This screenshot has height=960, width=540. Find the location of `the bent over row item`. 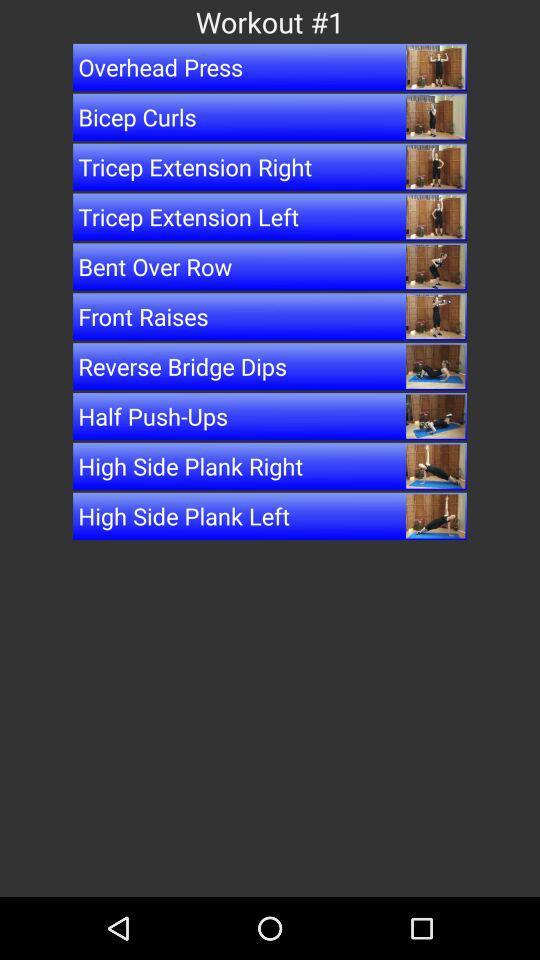

the bent over row item is located at coordinates (270, 265).